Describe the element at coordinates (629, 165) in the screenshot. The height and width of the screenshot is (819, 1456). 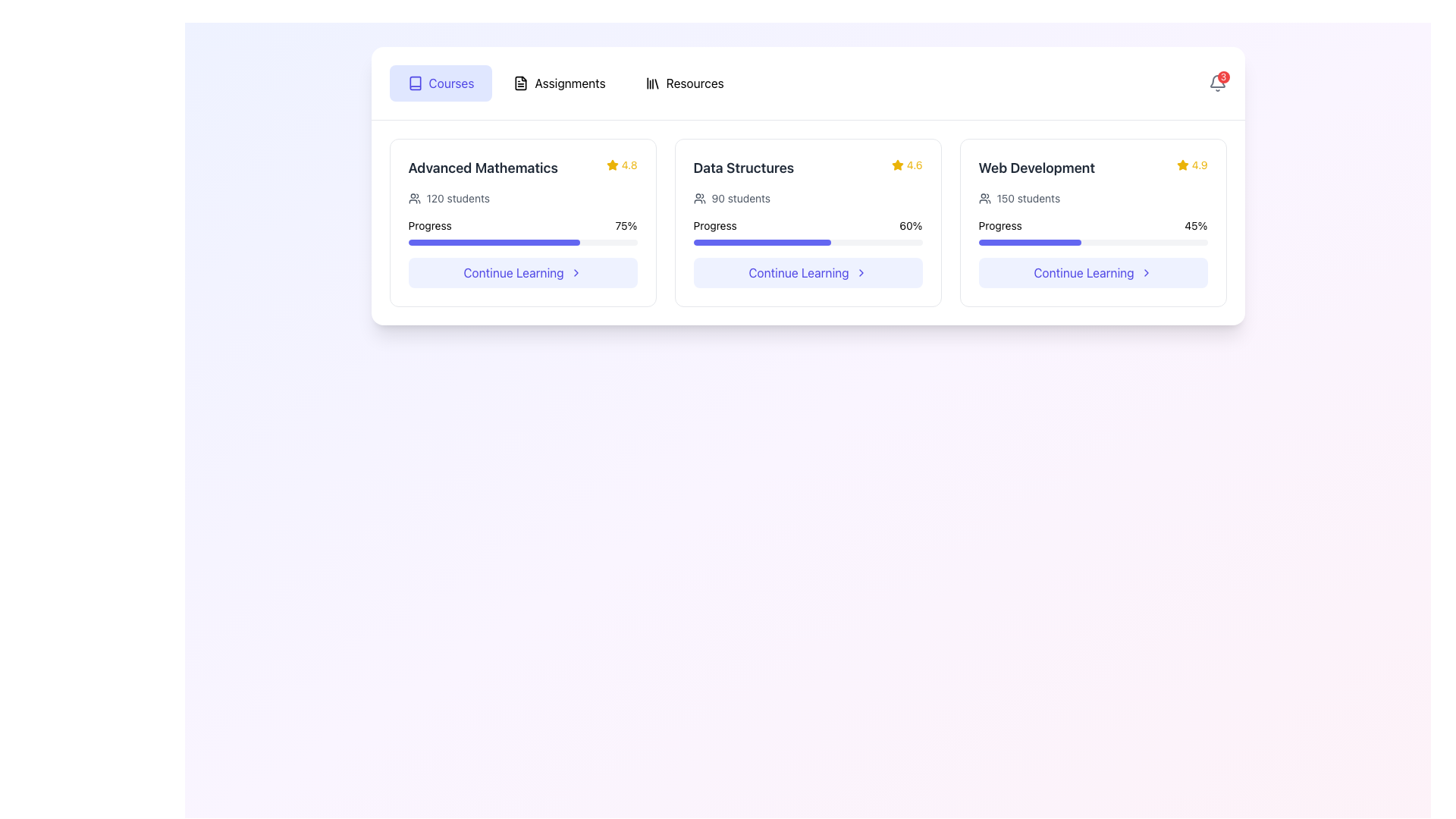
I see `the rating text label displayed for the 'Advanced Mathematics' course, located in the top-right corner of the card, next to the star icon` at that location.